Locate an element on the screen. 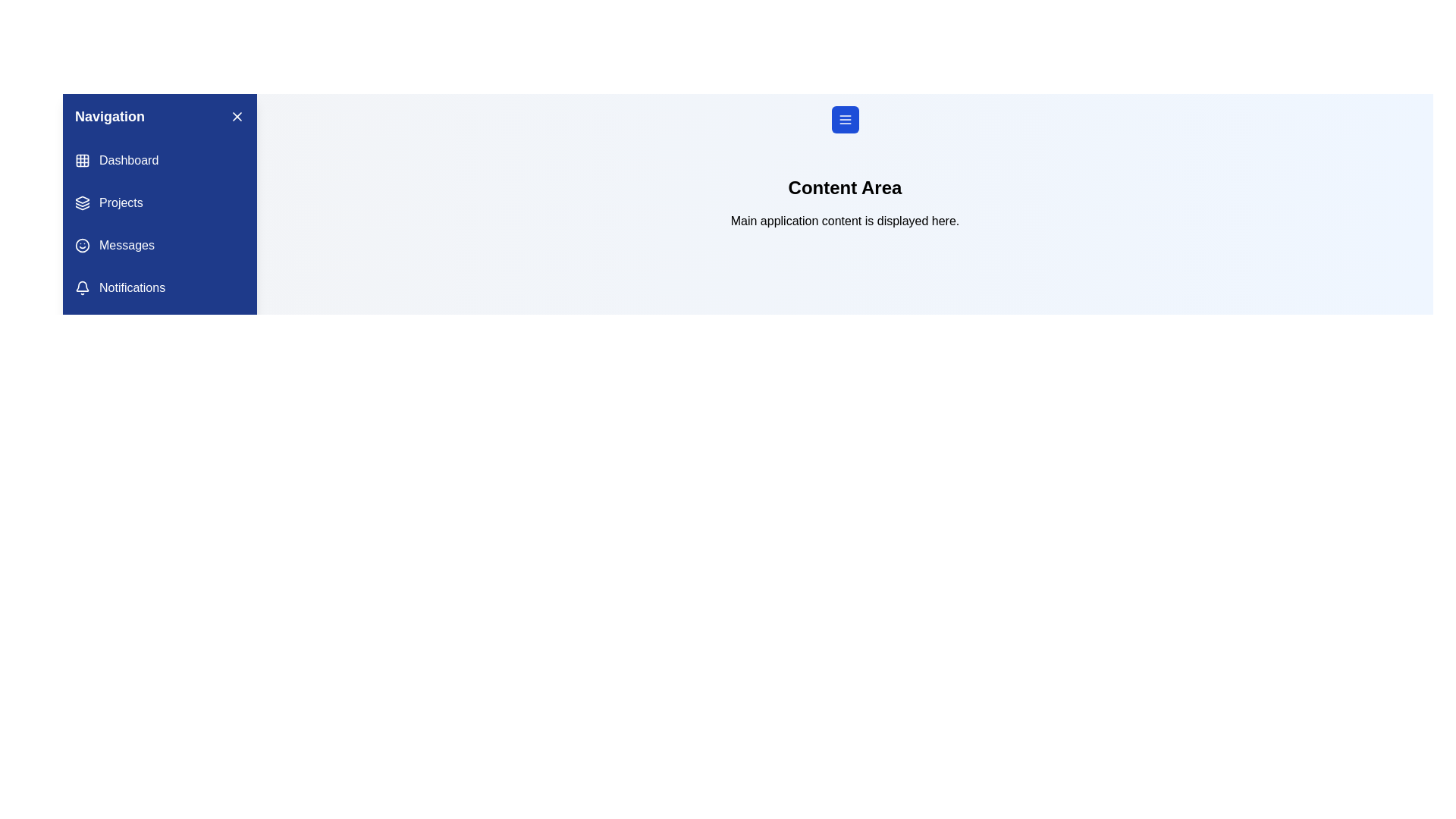 Image resolution: width=1456 pixels, height=819 pixels. main menu button located in the content area is located at coordinates (844, 119).